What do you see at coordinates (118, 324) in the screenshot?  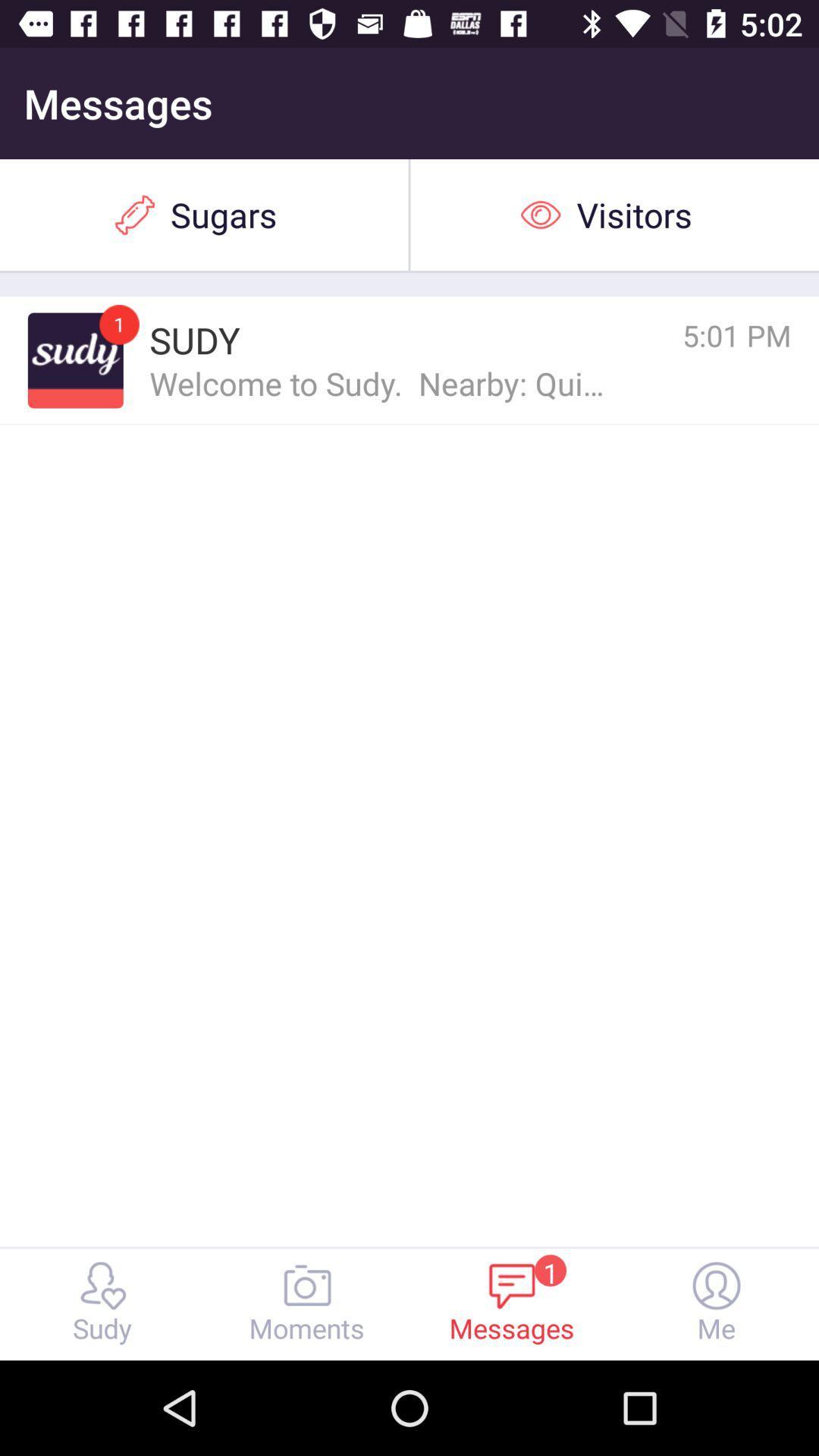 I see `icon next to the sudy` at bounding box center [118, 324].